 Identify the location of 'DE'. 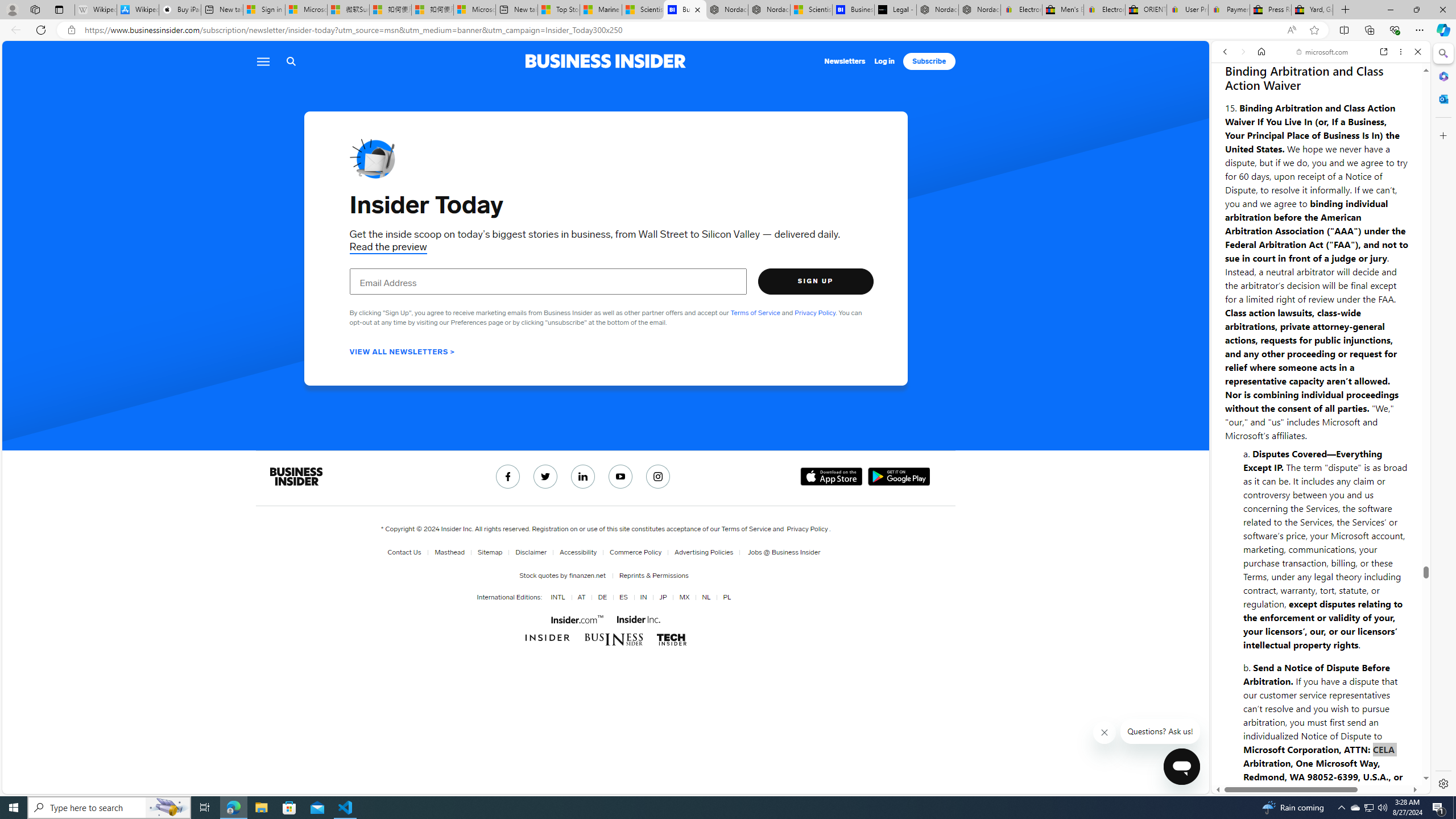
(600, 597).